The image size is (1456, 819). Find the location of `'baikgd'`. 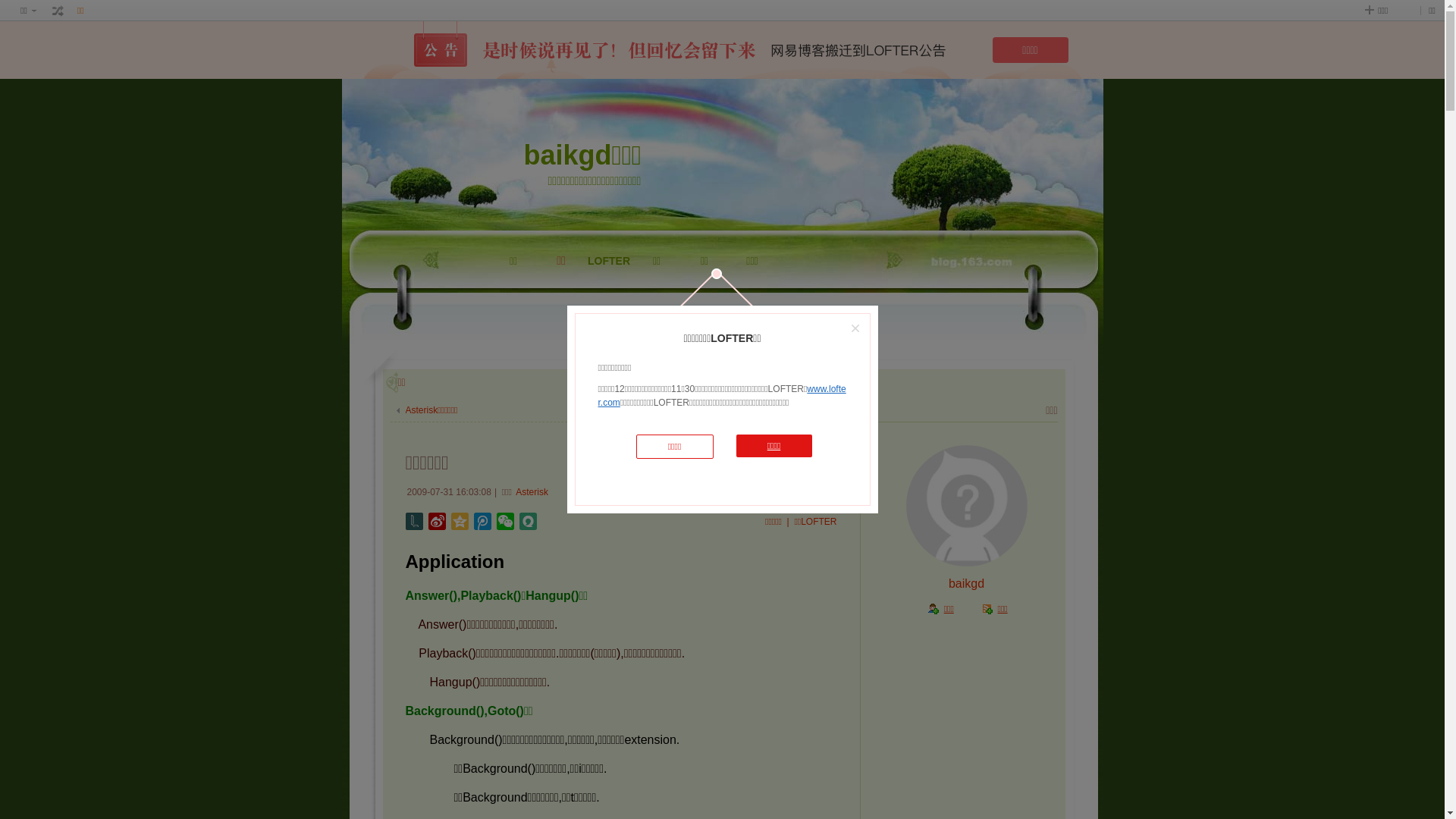

'baikgd' is located at coordinates (965, 582).